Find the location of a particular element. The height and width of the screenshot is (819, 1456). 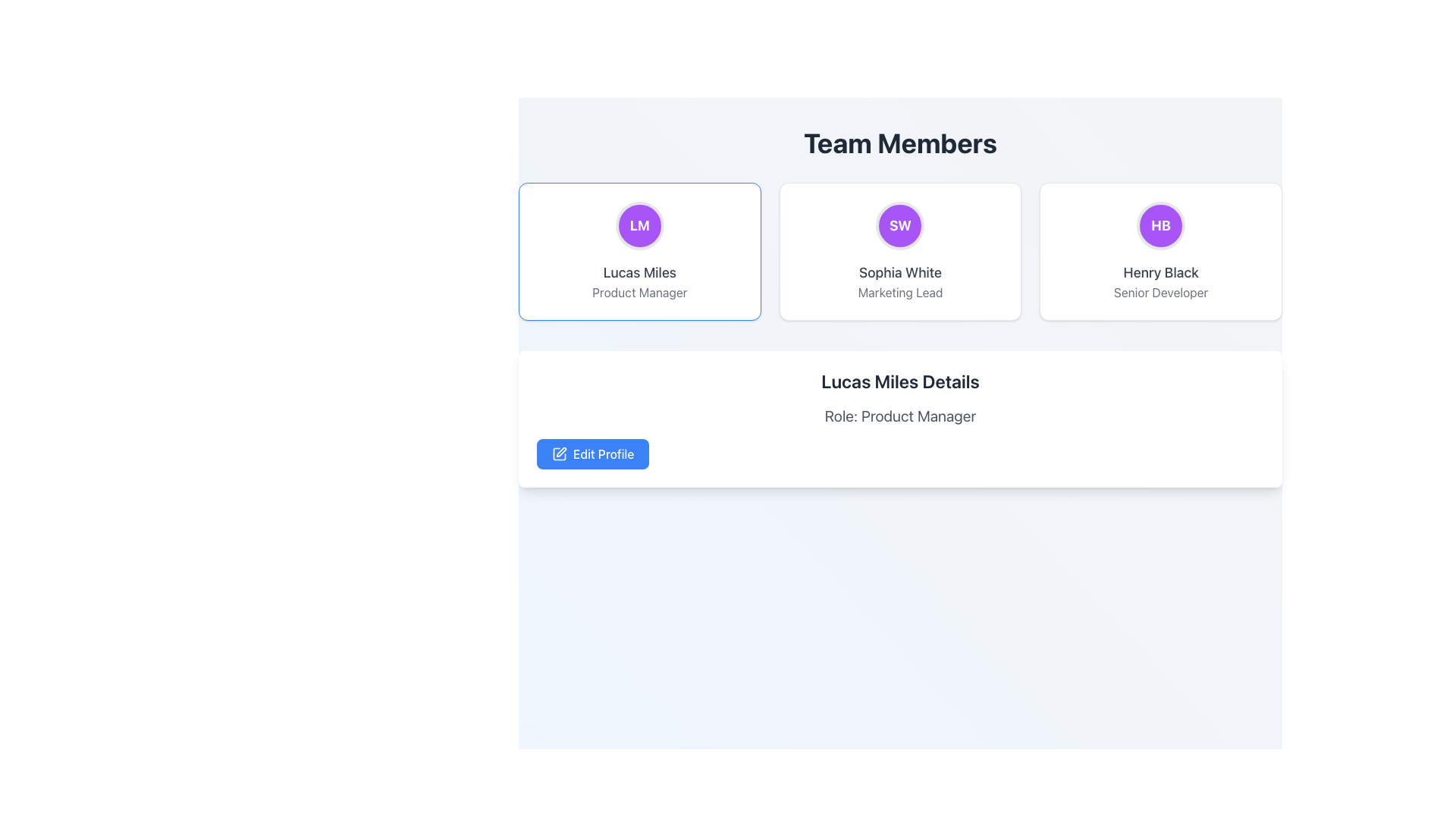

the text label describing the role 'Marketing Lead' for the individual 'Sophia White', located in the middle card of the 'Team Members' section is located at coordinates (900, 292).